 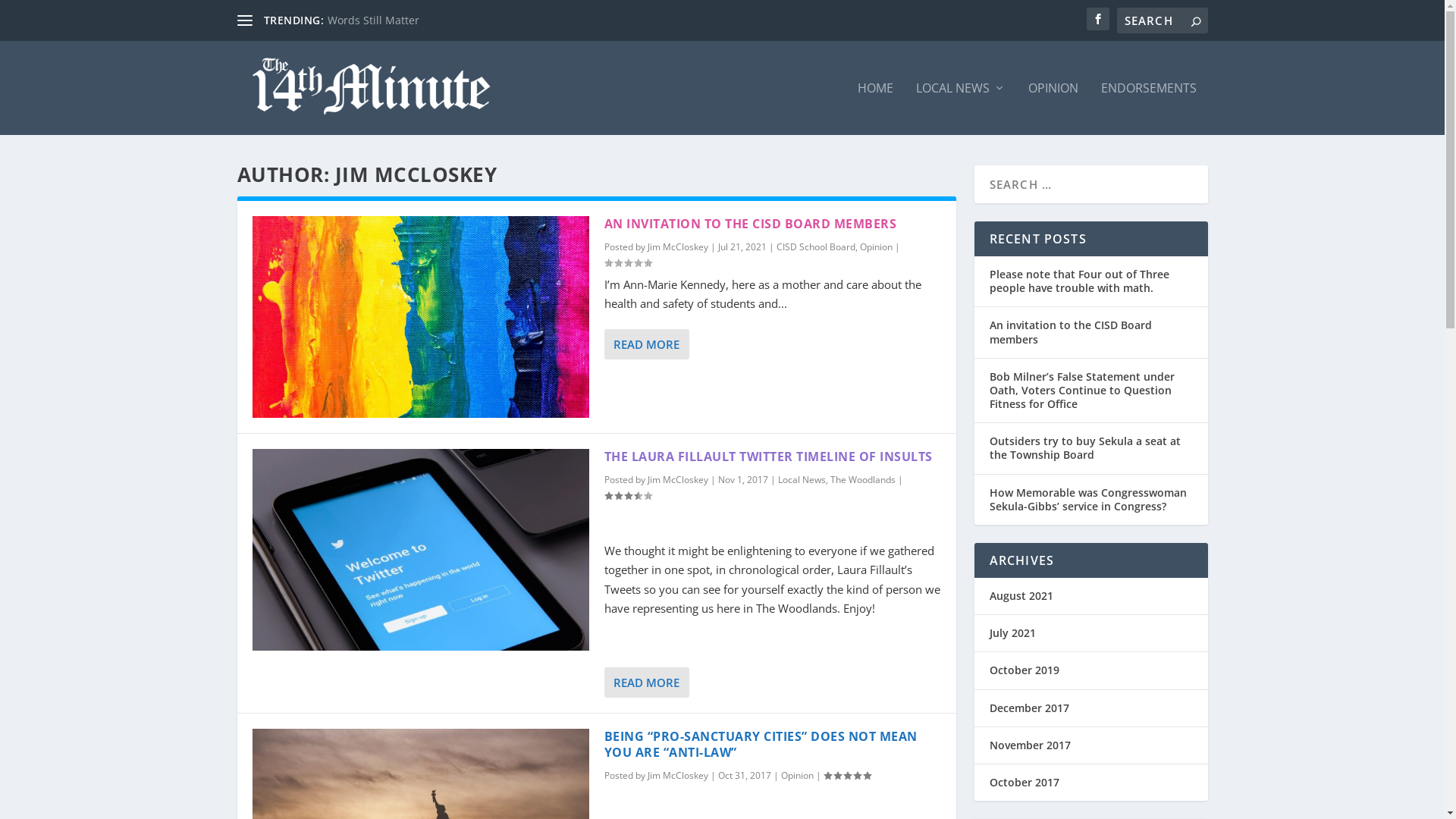 What do you see at coordinates (856, 107) in the screenshot?
I see `'HOME'` at bounding box center [856, 107].